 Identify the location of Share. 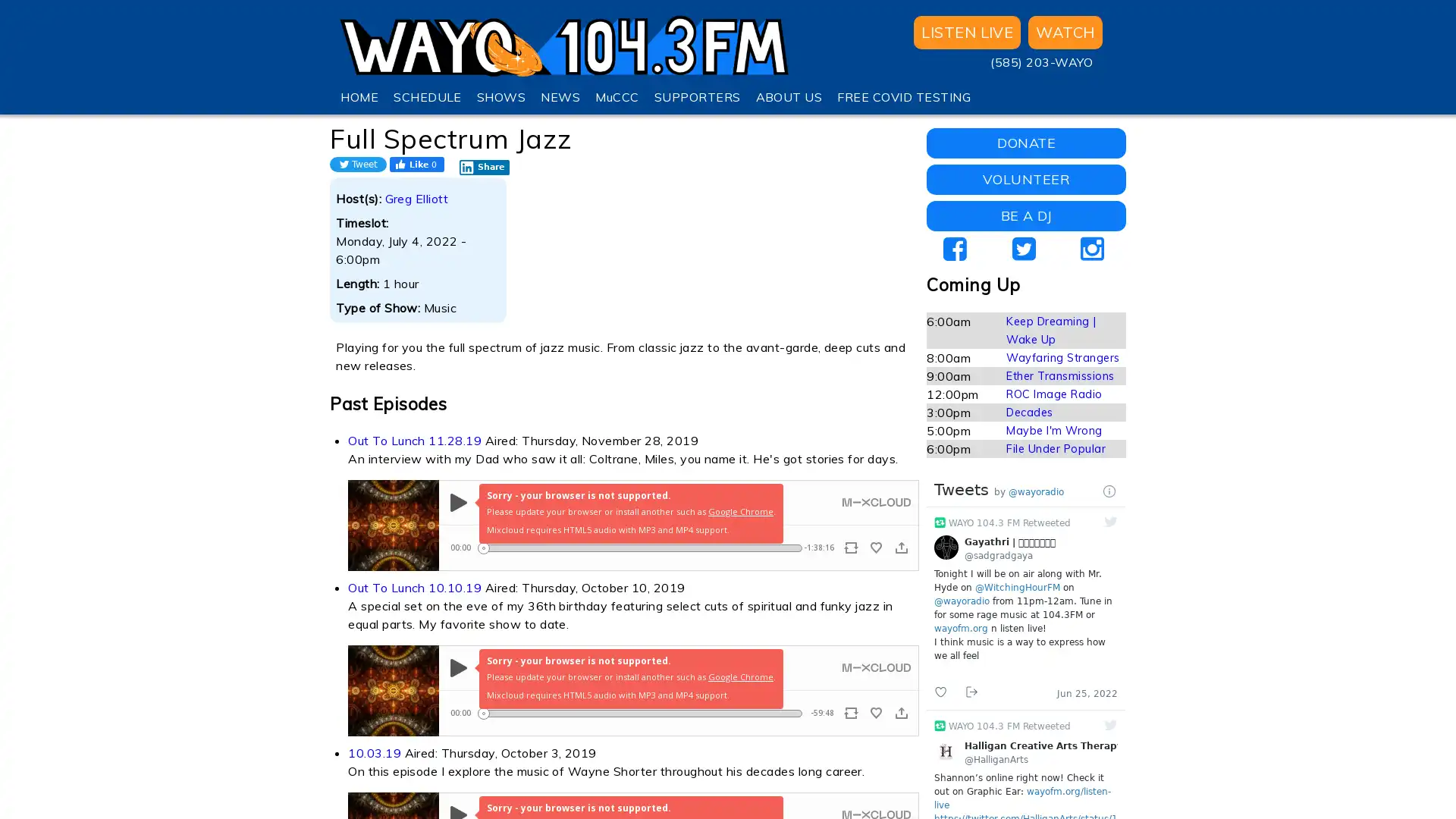
(483, 166).